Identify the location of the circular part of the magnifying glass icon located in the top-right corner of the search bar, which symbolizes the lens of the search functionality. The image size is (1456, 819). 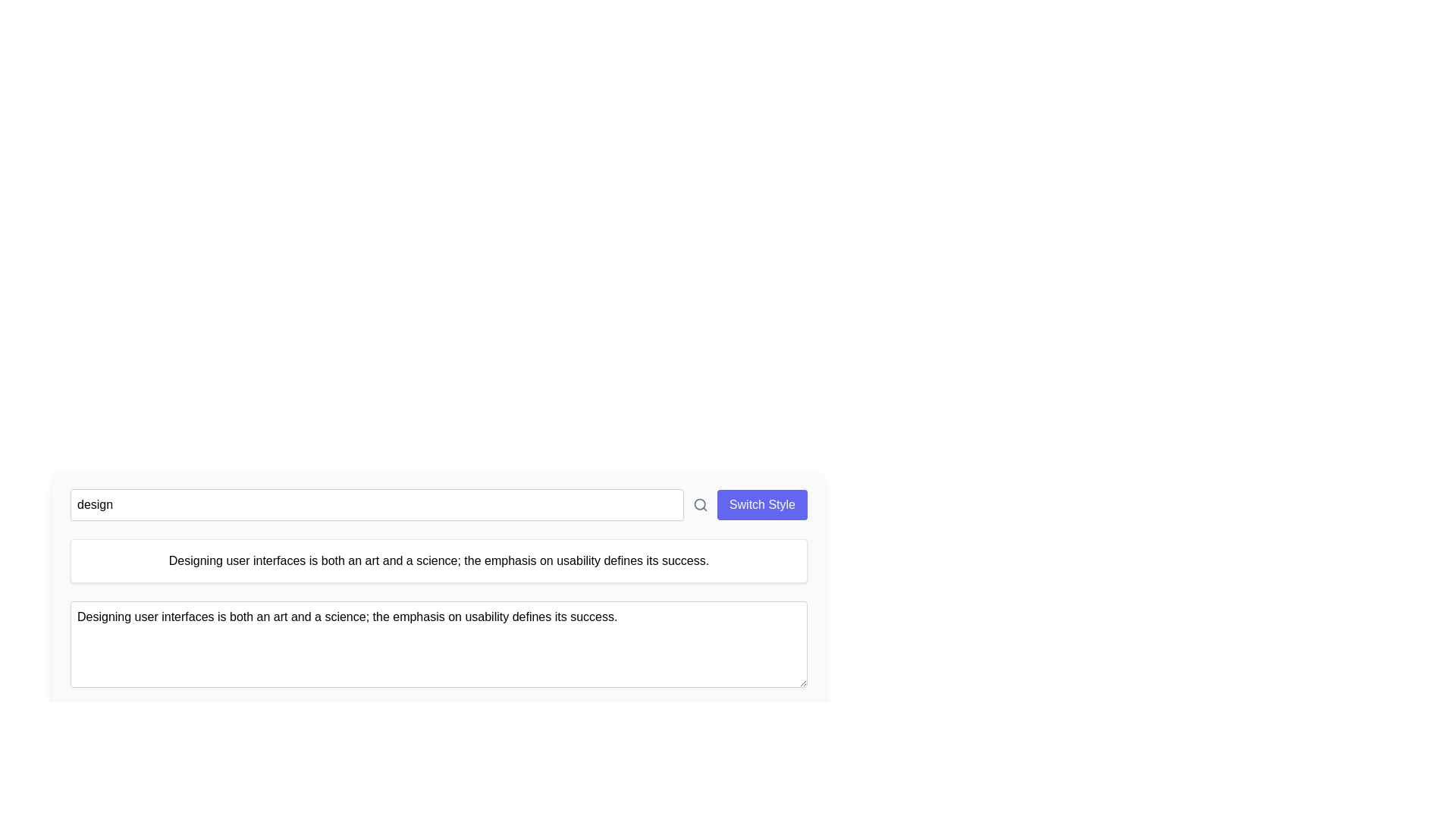
(698, 504).